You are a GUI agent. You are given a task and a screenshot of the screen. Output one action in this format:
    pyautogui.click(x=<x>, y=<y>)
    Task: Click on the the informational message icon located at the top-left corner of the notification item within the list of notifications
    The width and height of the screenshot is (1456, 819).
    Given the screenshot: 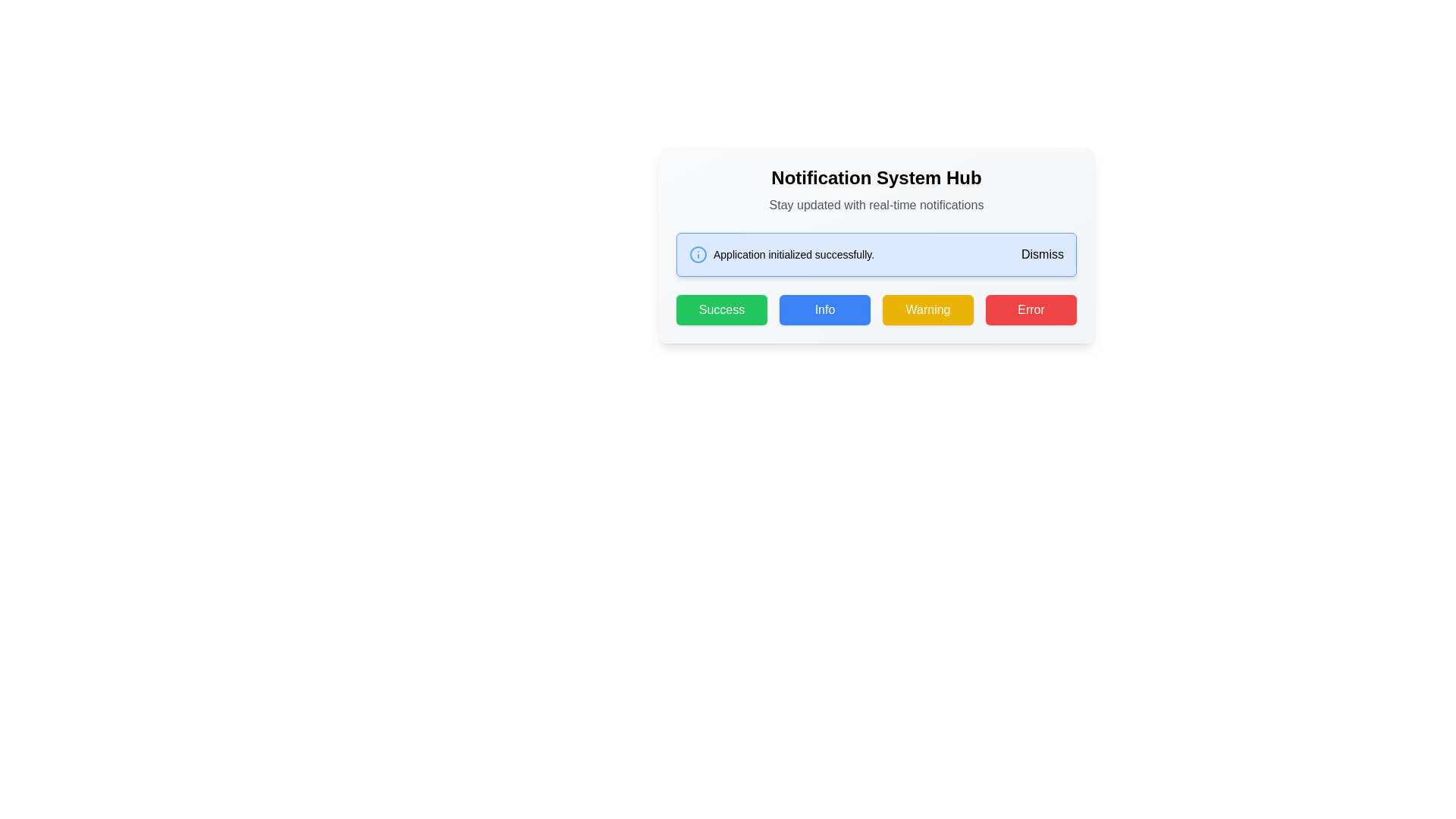 What is the action you would take?
    pyautogui.click(x=698, y=253)
    